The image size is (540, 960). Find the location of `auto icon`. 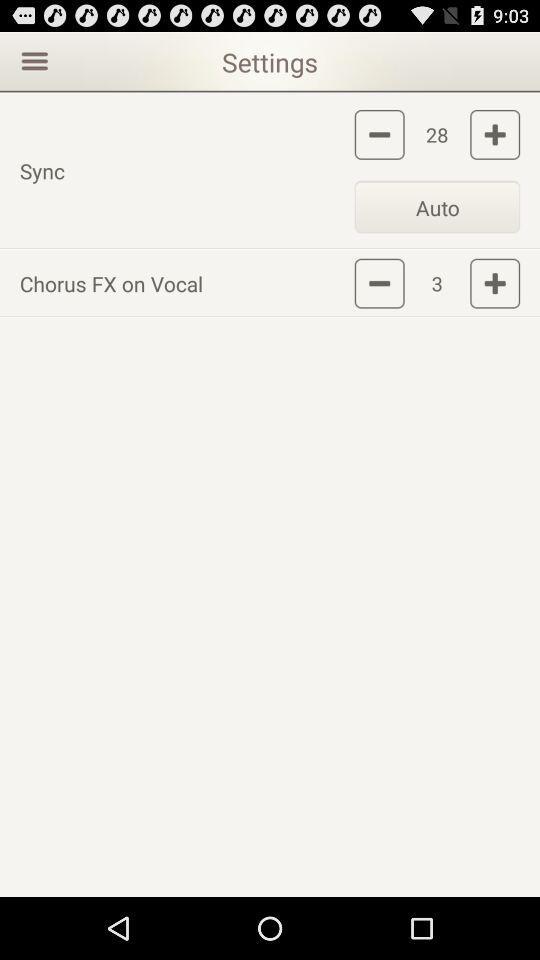

auto icon is located at coordinates (436, 206).